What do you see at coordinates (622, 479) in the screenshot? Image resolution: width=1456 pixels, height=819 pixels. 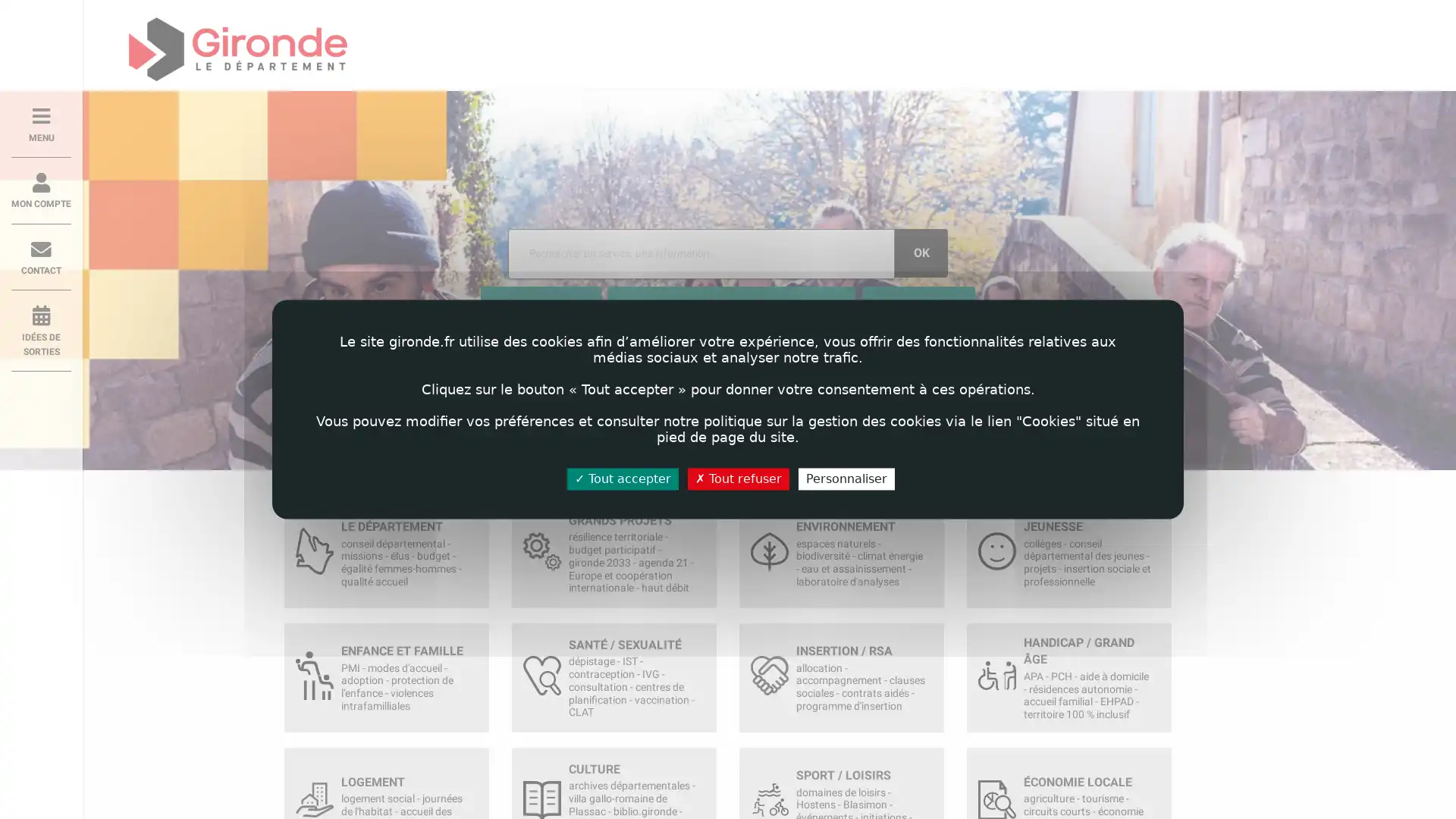 I see `Tout accepter` at bounding box center [622, 479].